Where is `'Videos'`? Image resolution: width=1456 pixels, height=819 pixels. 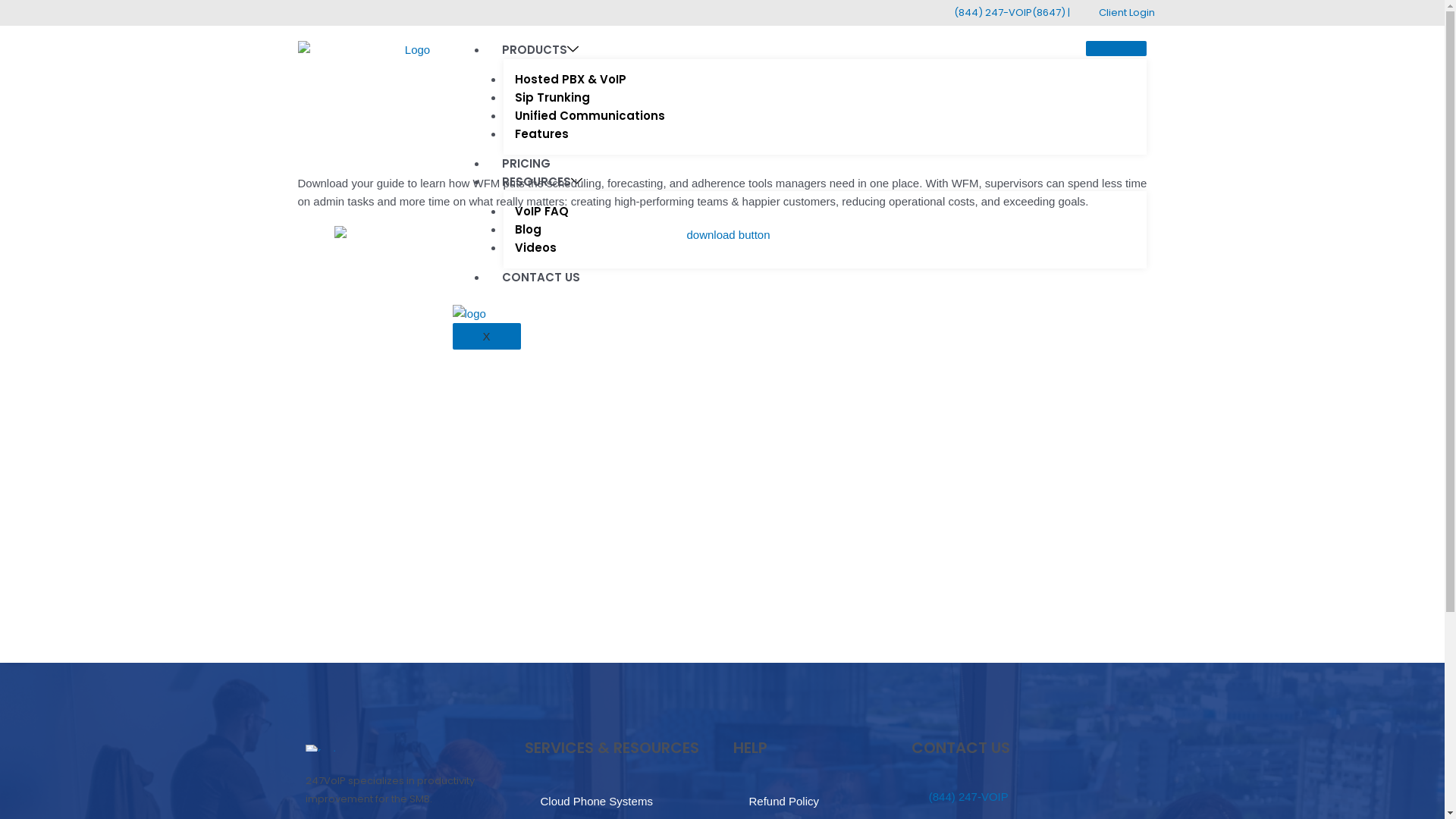
'Videos' is located at coordinates (535, 246).